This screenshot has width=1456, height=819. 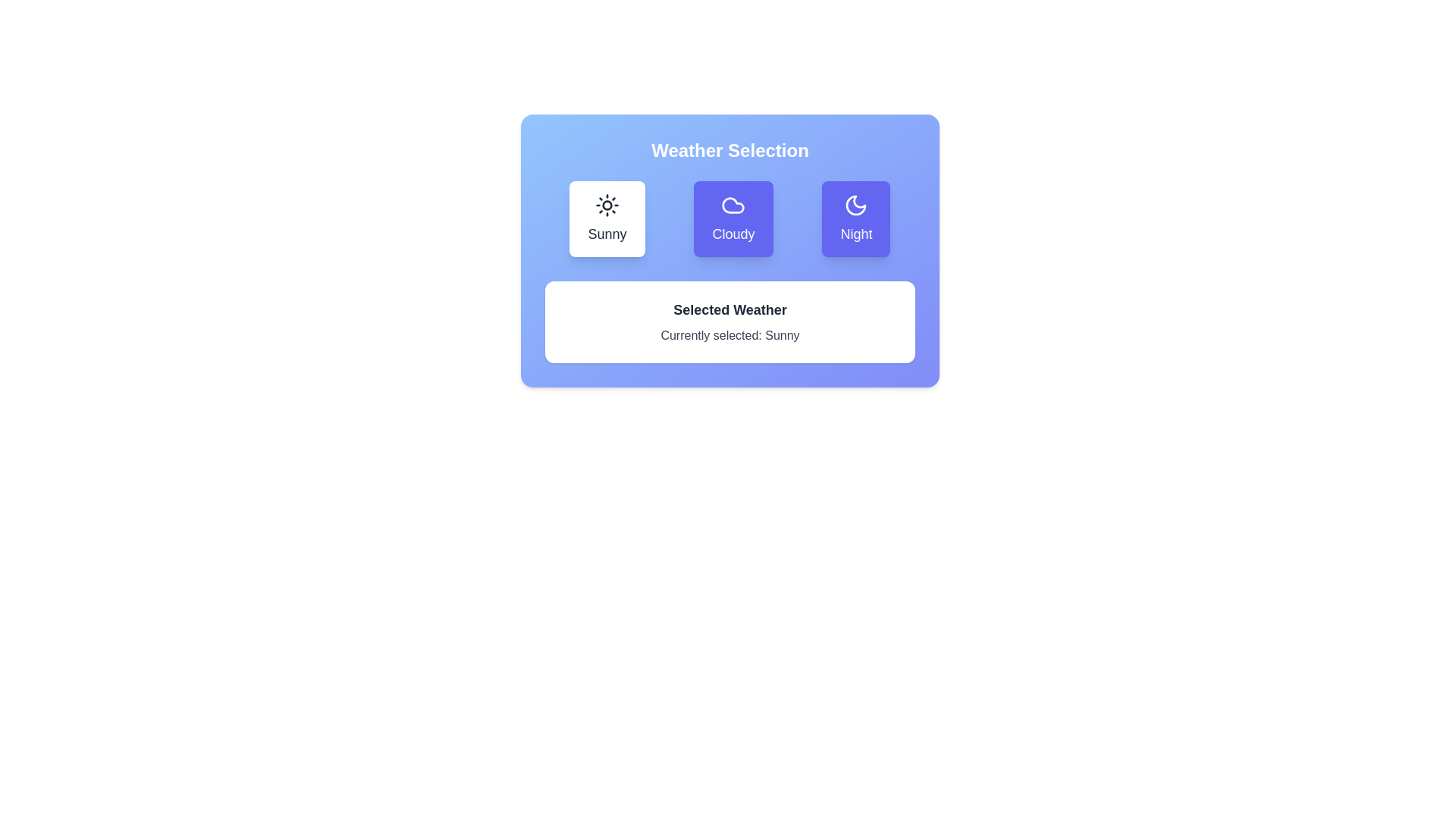 I want to click on the 'Sunny' weather selection button, so click(x=607, y=219).